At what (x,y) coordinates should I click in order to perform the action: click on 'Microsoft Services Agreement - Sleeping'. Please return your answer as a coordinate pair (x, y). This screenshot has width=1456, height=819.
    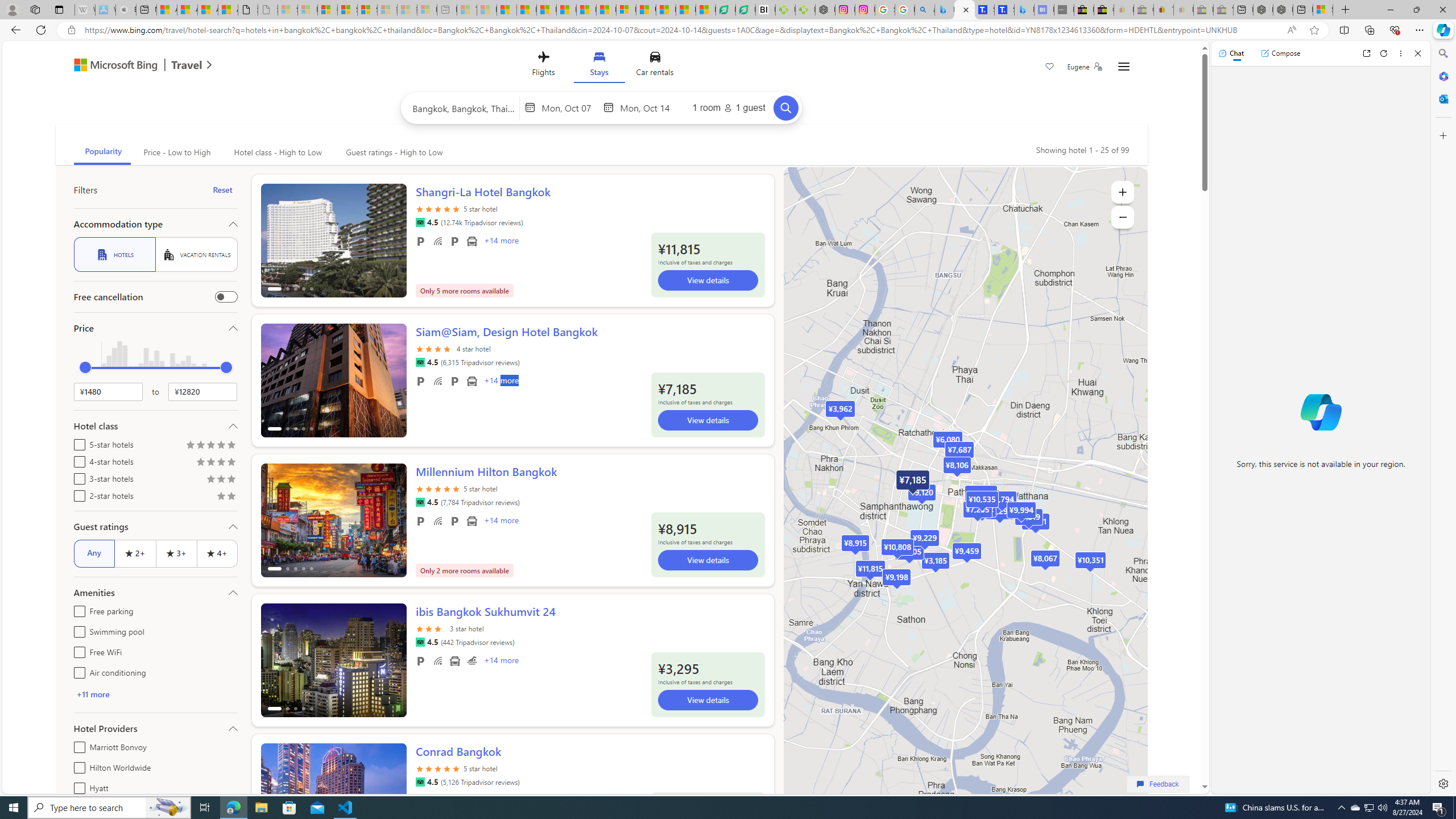
    Looking at the image, I should click on (307, 9).